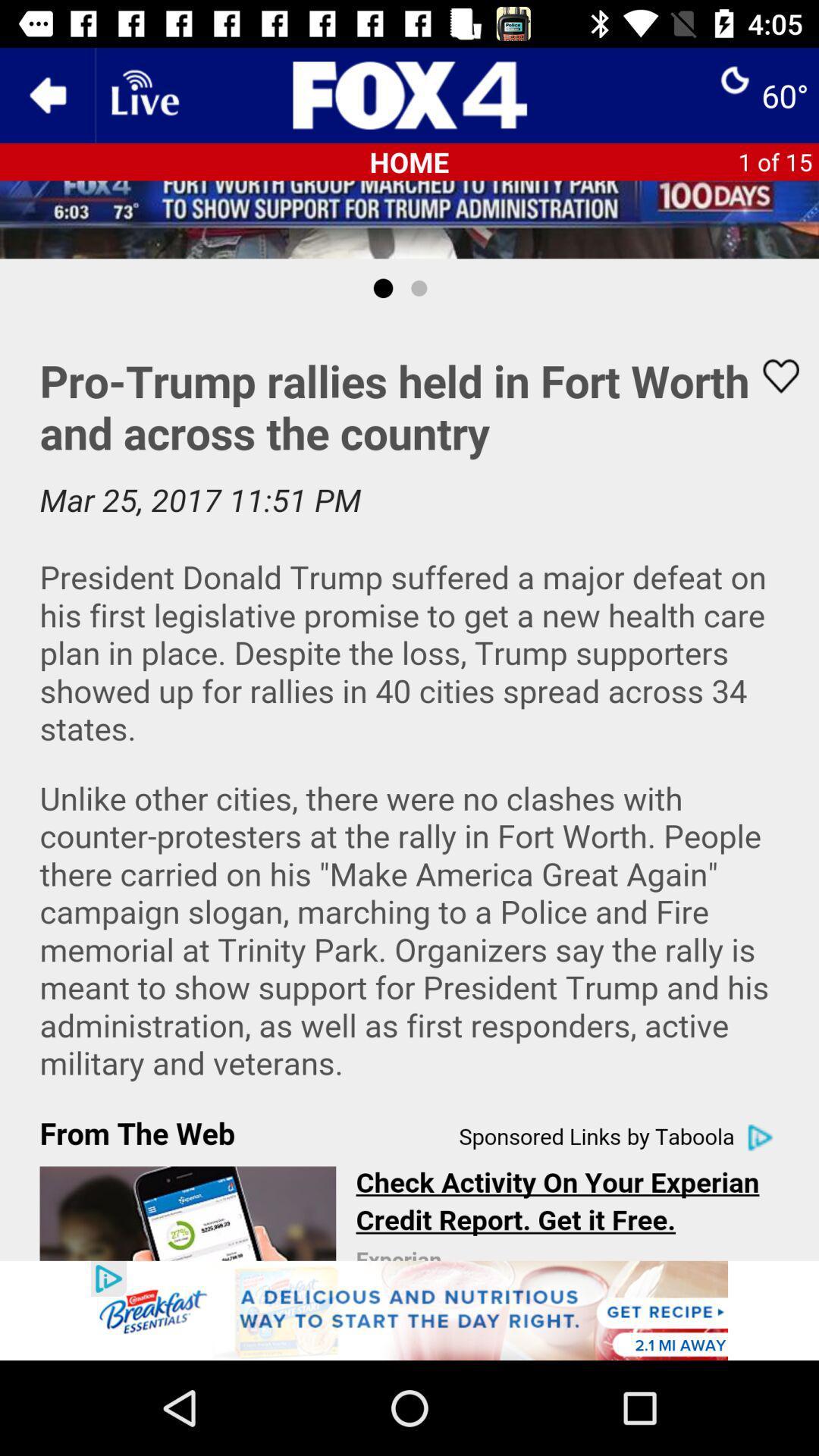 This screenshot has width=819, height=1456. I want to click on home, so click(409, 94).